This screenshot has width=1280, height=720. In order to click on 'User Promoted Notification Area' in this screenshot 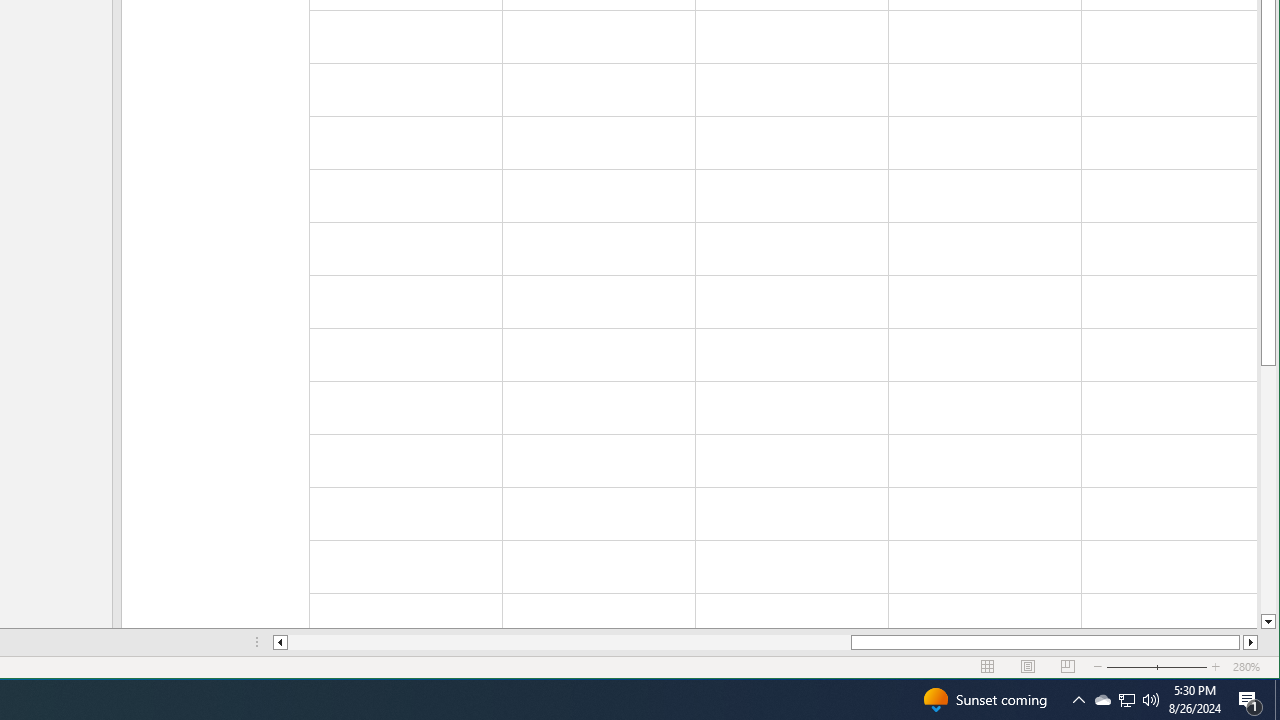, I will do `click(1127, 698)`.